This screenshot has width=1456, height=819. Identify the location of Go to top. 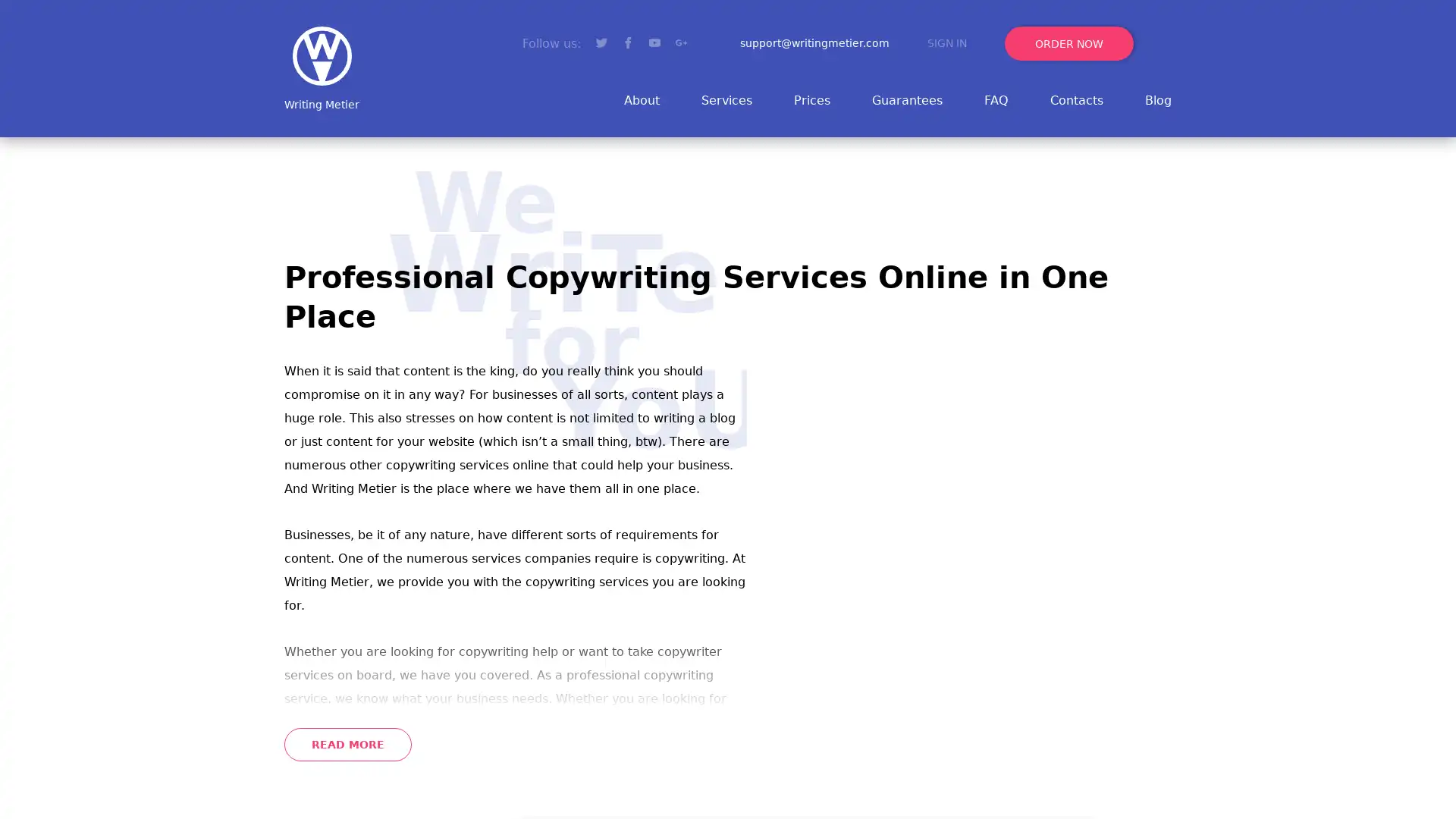
(1396, 692).